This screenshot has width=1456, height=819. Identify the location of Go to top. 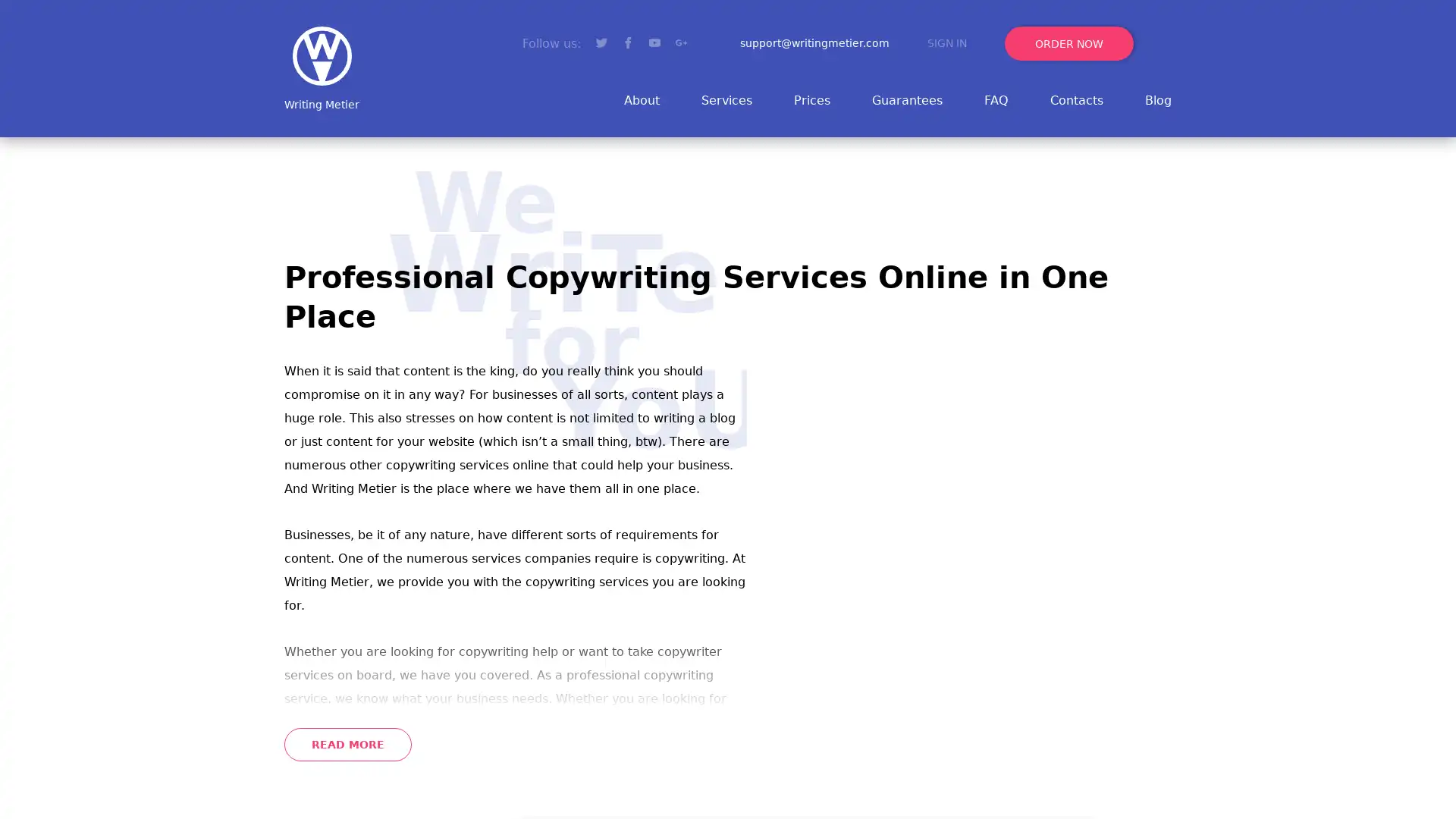
(1396, 692).